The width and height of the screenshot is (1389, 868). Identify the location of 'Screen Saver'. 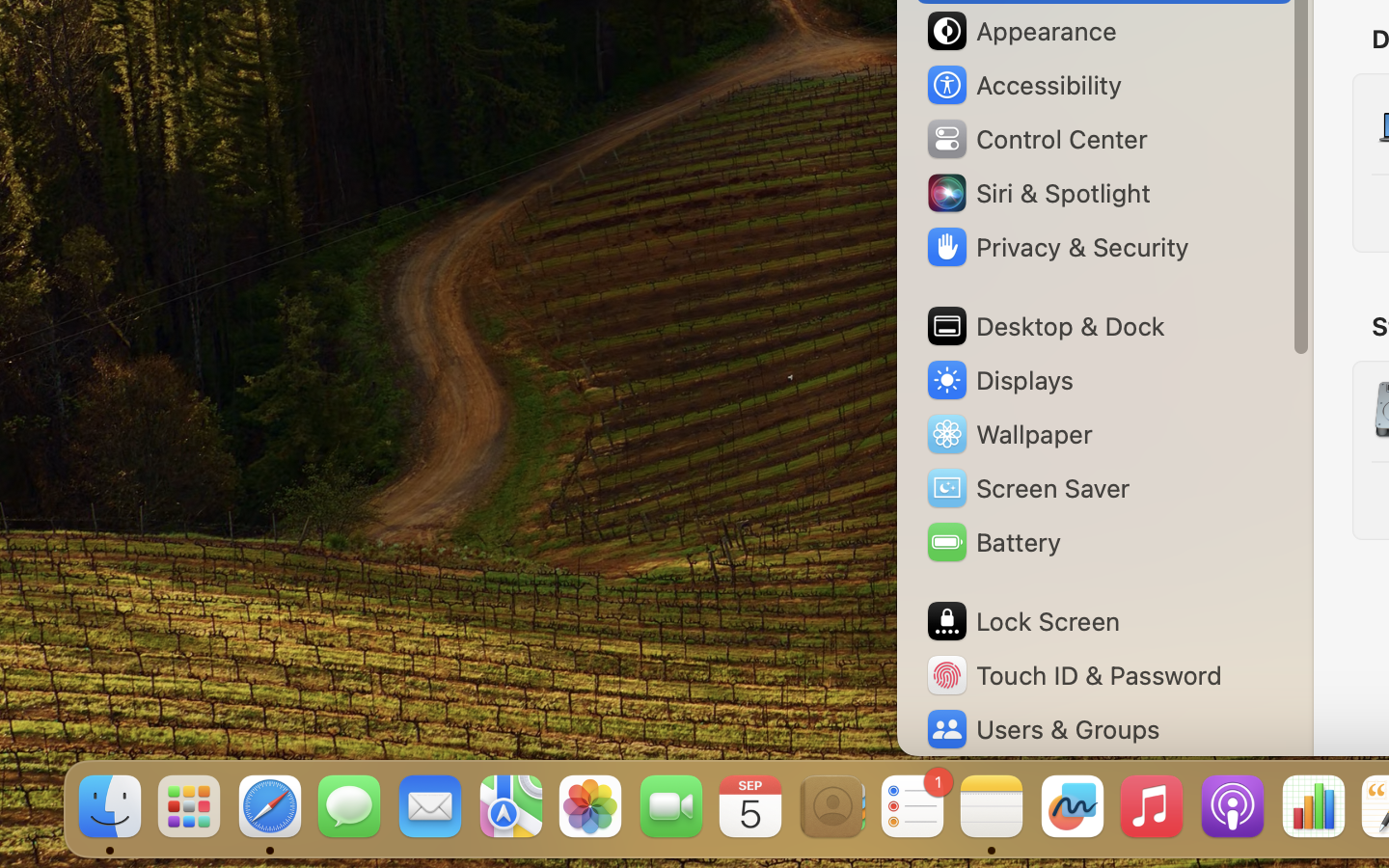
(1027, 486).